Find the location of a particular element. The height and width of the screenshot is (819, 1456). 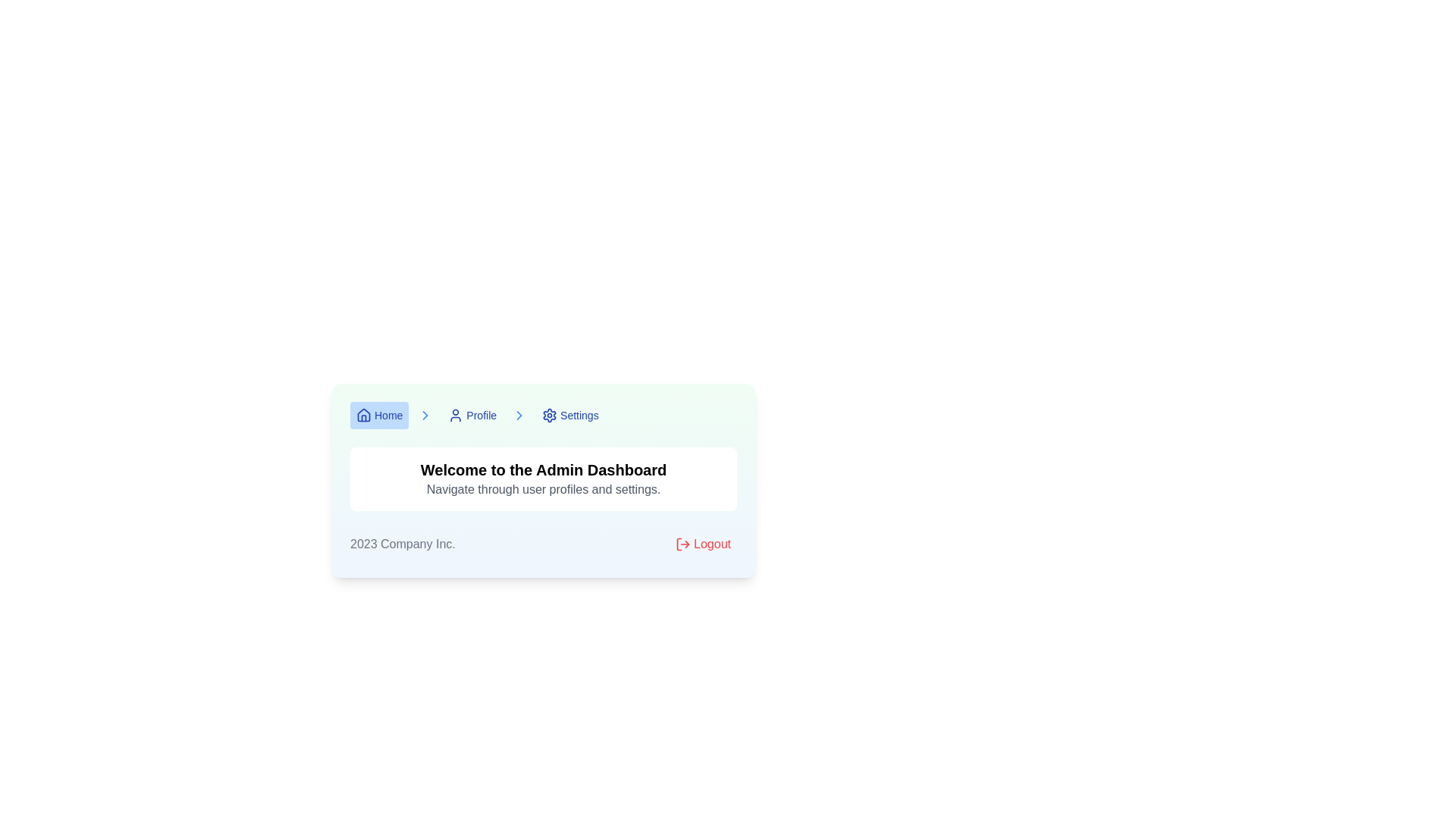

the visual representation of the blue rightward chevron icon located in the breadcrumb navigation bar, positioned between 'Profile' and 'Settings' is located at coordinates (519, 415).